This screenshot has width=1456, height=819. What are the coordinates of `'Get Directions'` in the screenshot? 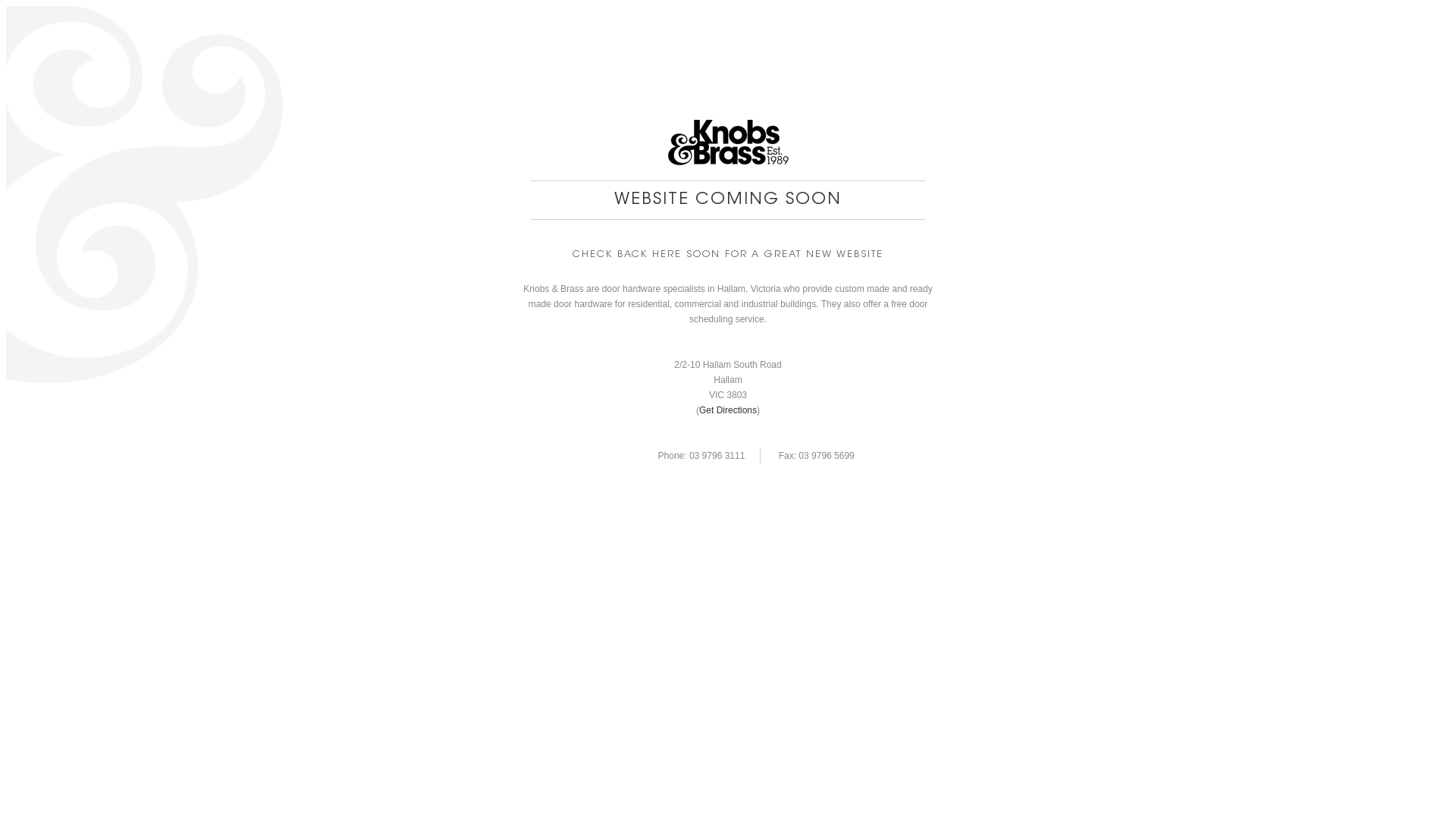 It's located at (728, 409).